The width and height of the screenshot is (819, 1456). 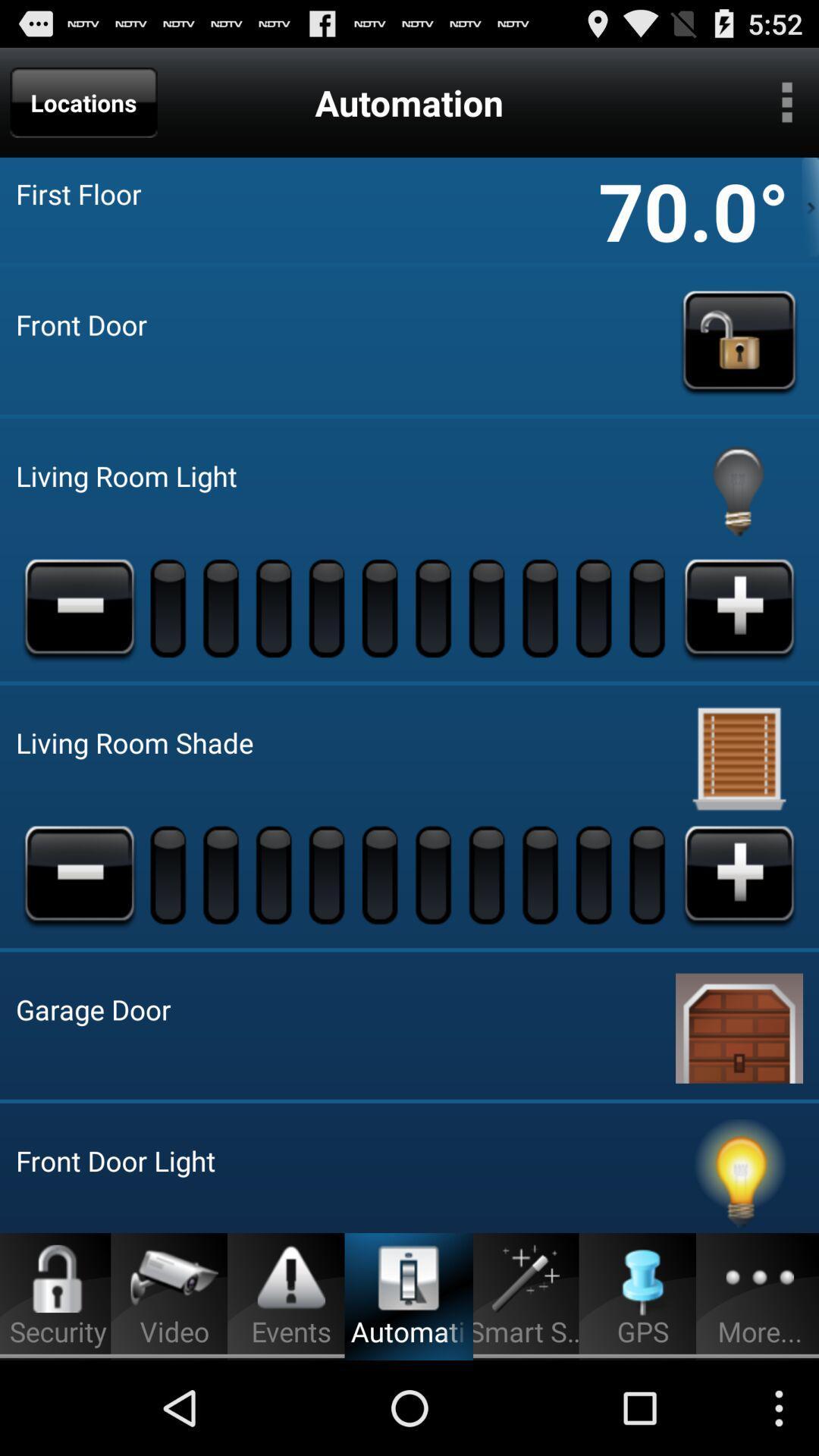 What do you see at coordinates (739, 492) in the screenshot?
I see `turn light on` at bounding box center [739, 492].